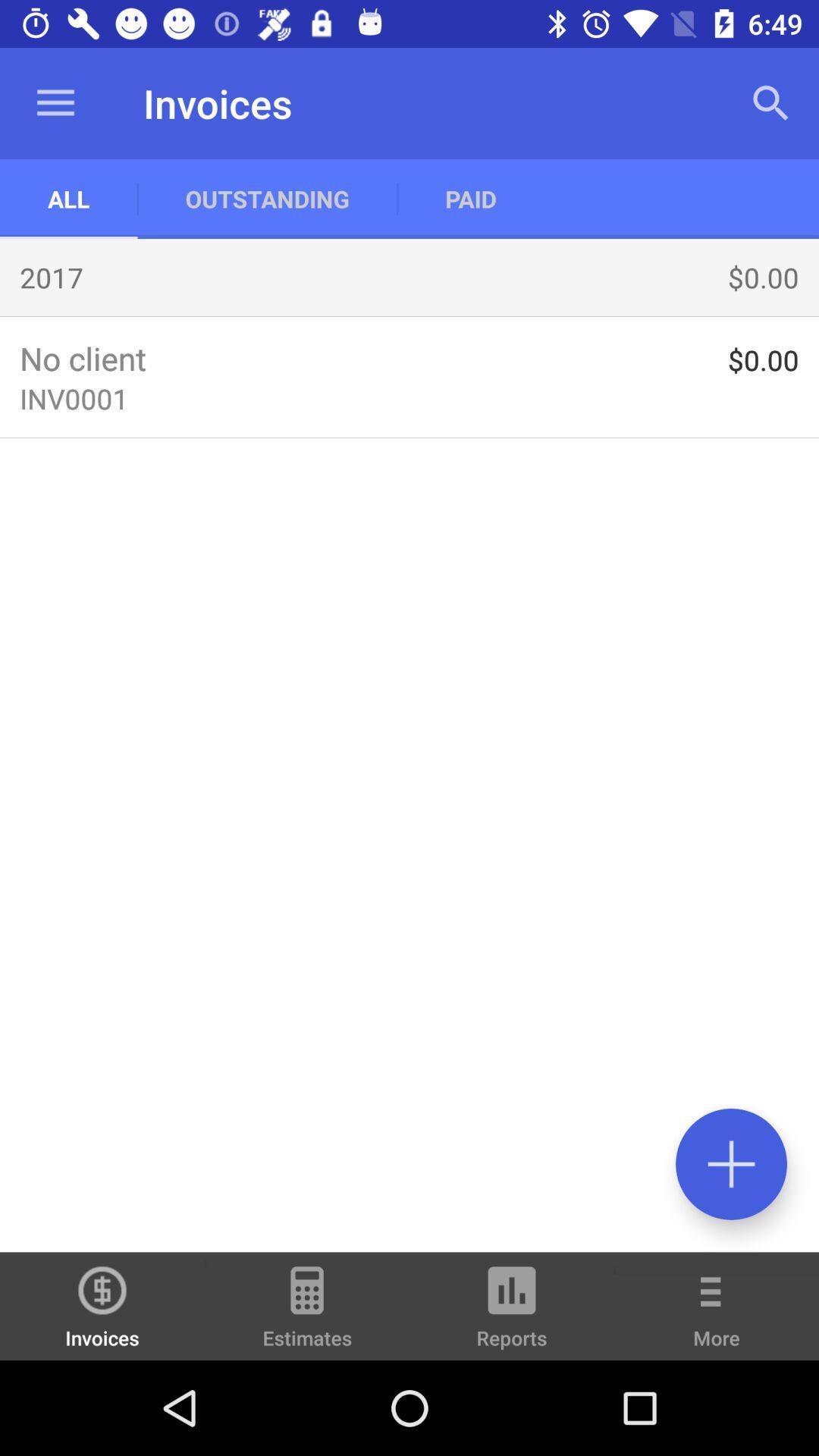 The width and height of the screenshot is (819, 1456). Describe the element at coordinates (55, 102) in the screenshot. I see `the icon above the all icon` at that location.